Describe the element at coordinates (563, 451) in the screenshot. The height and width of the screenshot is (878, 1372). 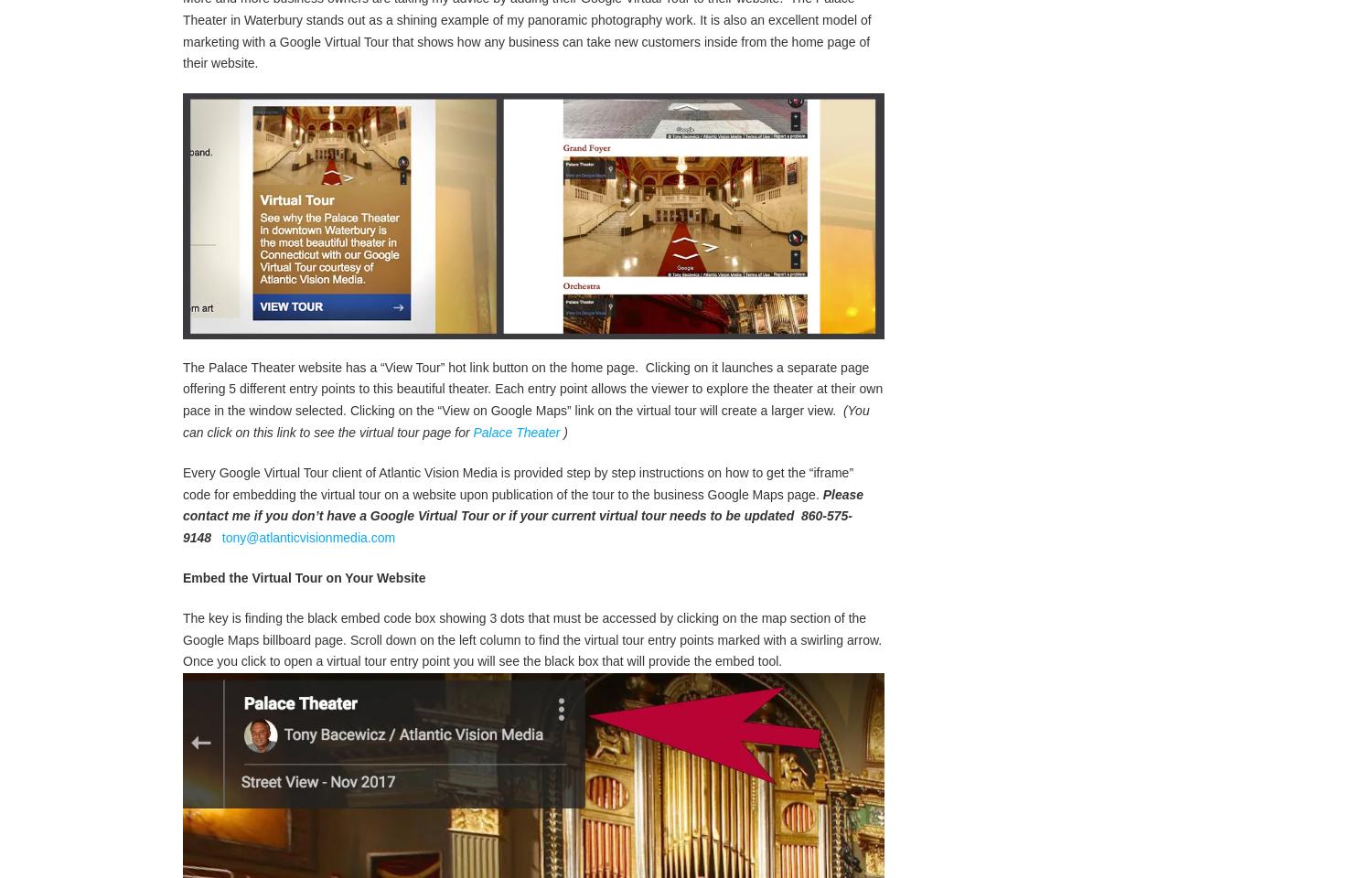
I see `')'` at that location.